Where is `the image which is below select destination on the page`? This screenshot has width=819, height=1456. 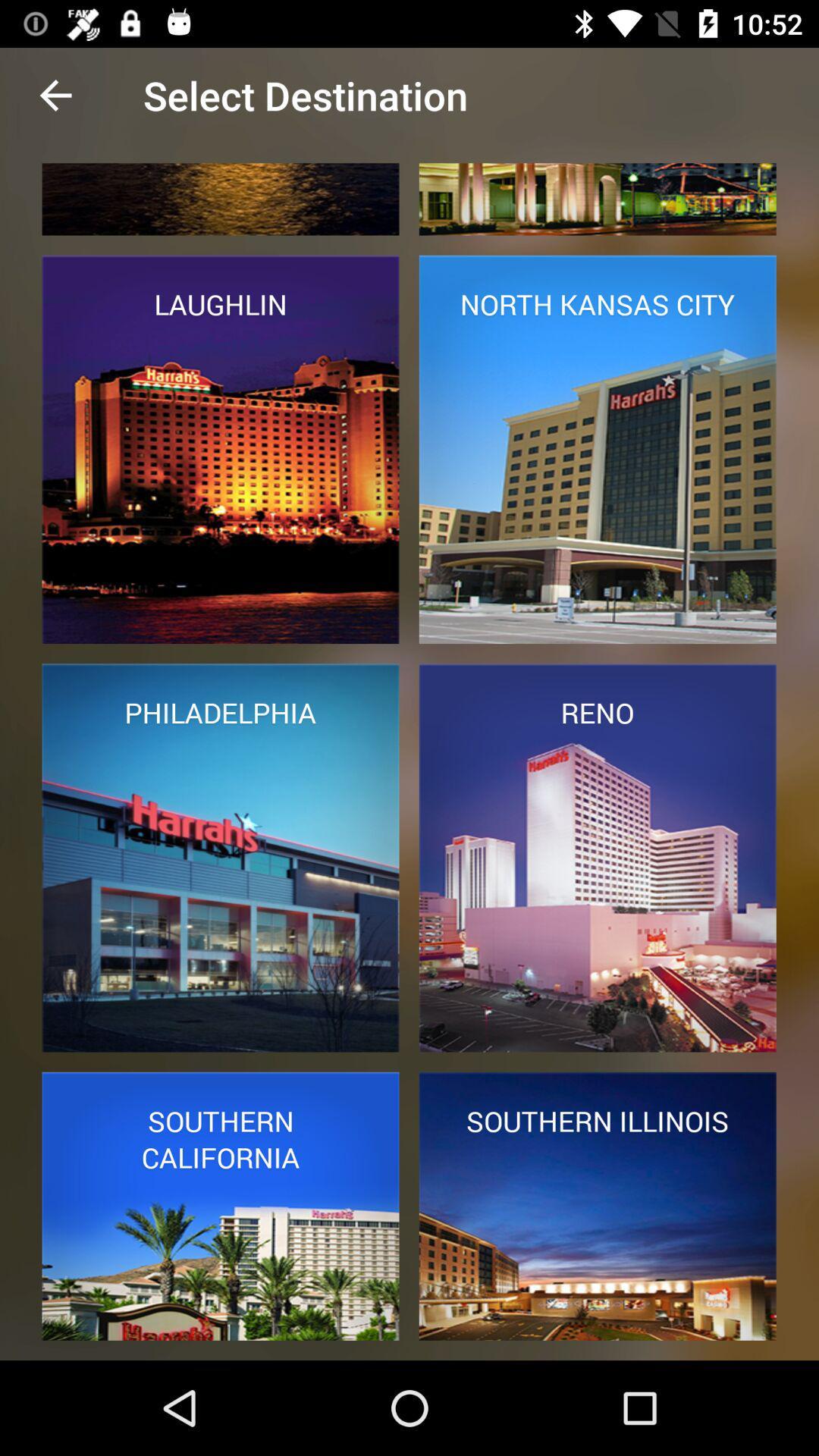
the image which is below select destination on the page is located at coordinates (221, 199).